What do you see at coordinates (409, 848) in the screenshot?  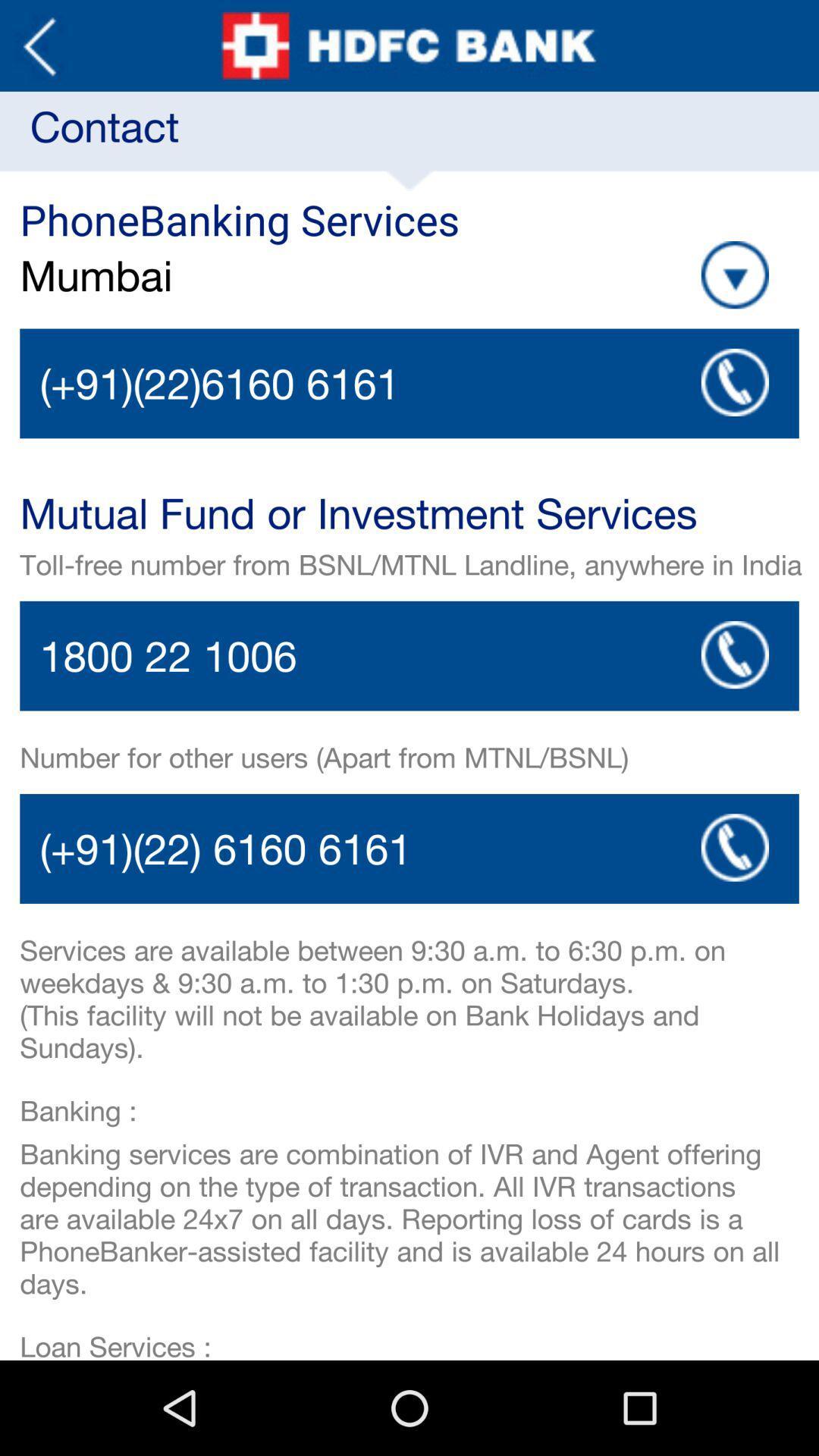 I see `call number` at bounding box center [409, 848].